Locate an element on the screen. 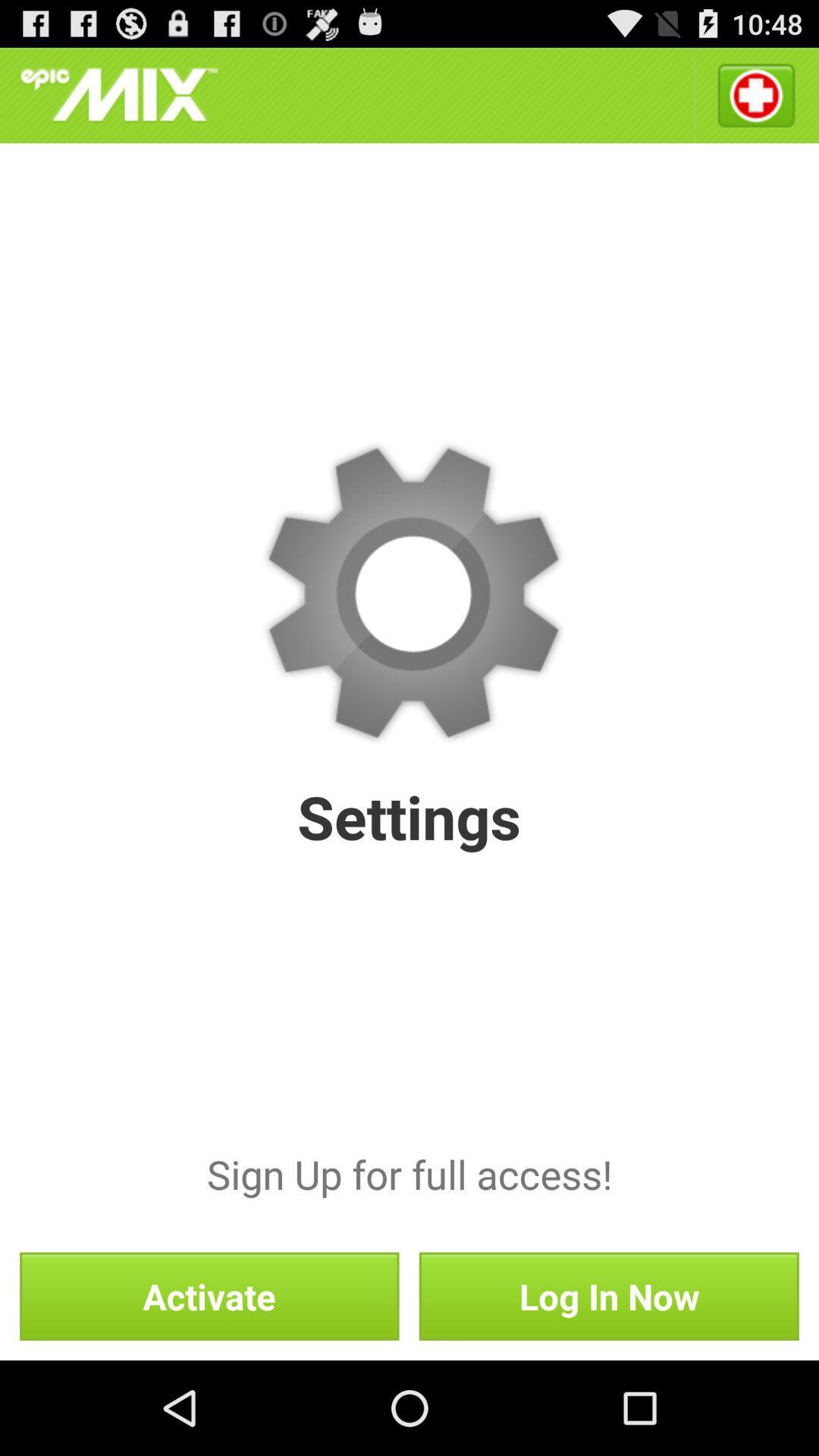  the activate is located at coordinates (209, 1295).